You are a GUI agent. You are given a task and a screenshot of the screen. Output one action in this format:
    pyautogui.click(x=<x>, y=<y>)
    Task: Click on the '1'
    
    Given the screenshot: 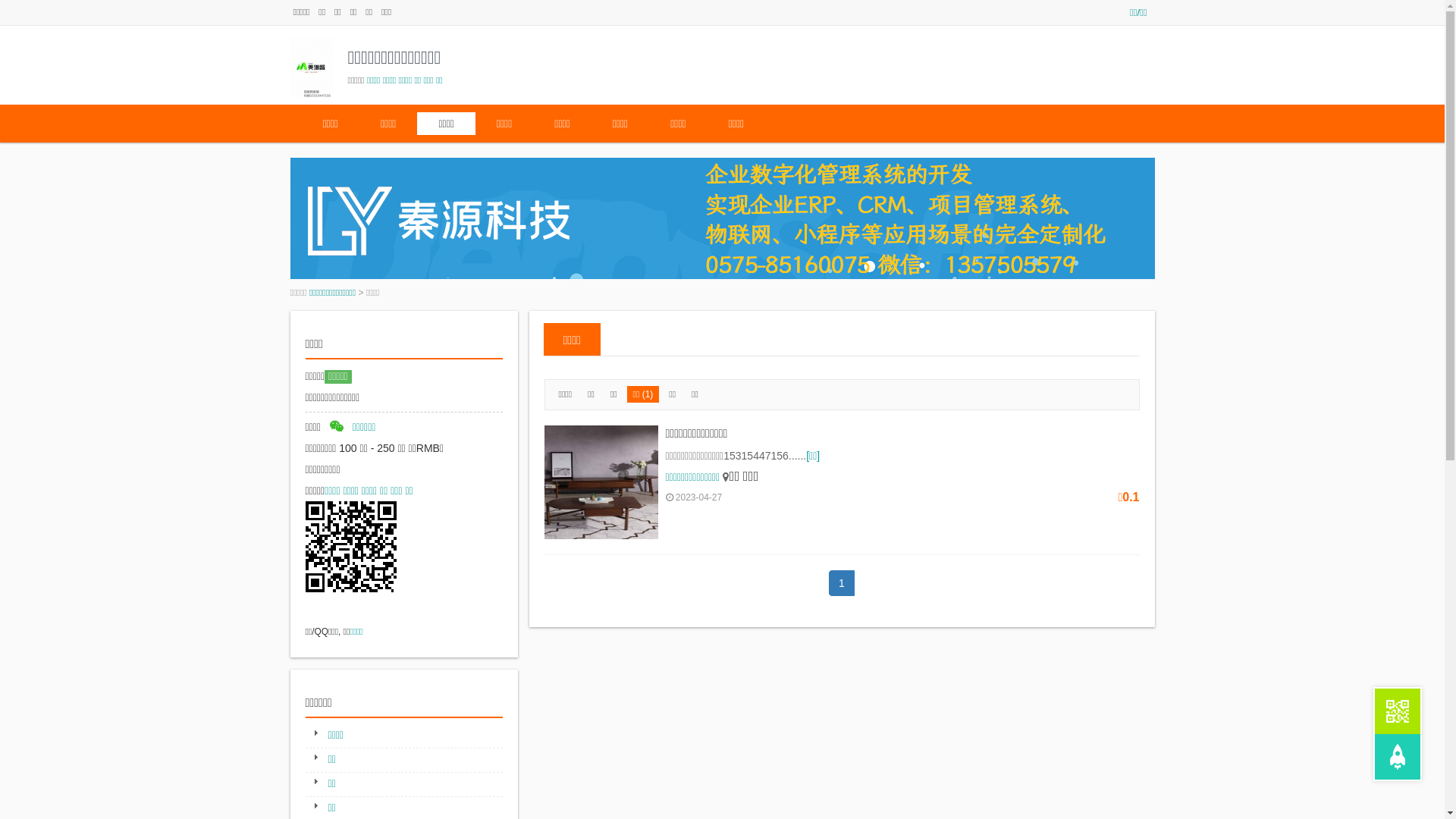 What is the action you would take?
    pyautogui.click(x=840, y=582)
    